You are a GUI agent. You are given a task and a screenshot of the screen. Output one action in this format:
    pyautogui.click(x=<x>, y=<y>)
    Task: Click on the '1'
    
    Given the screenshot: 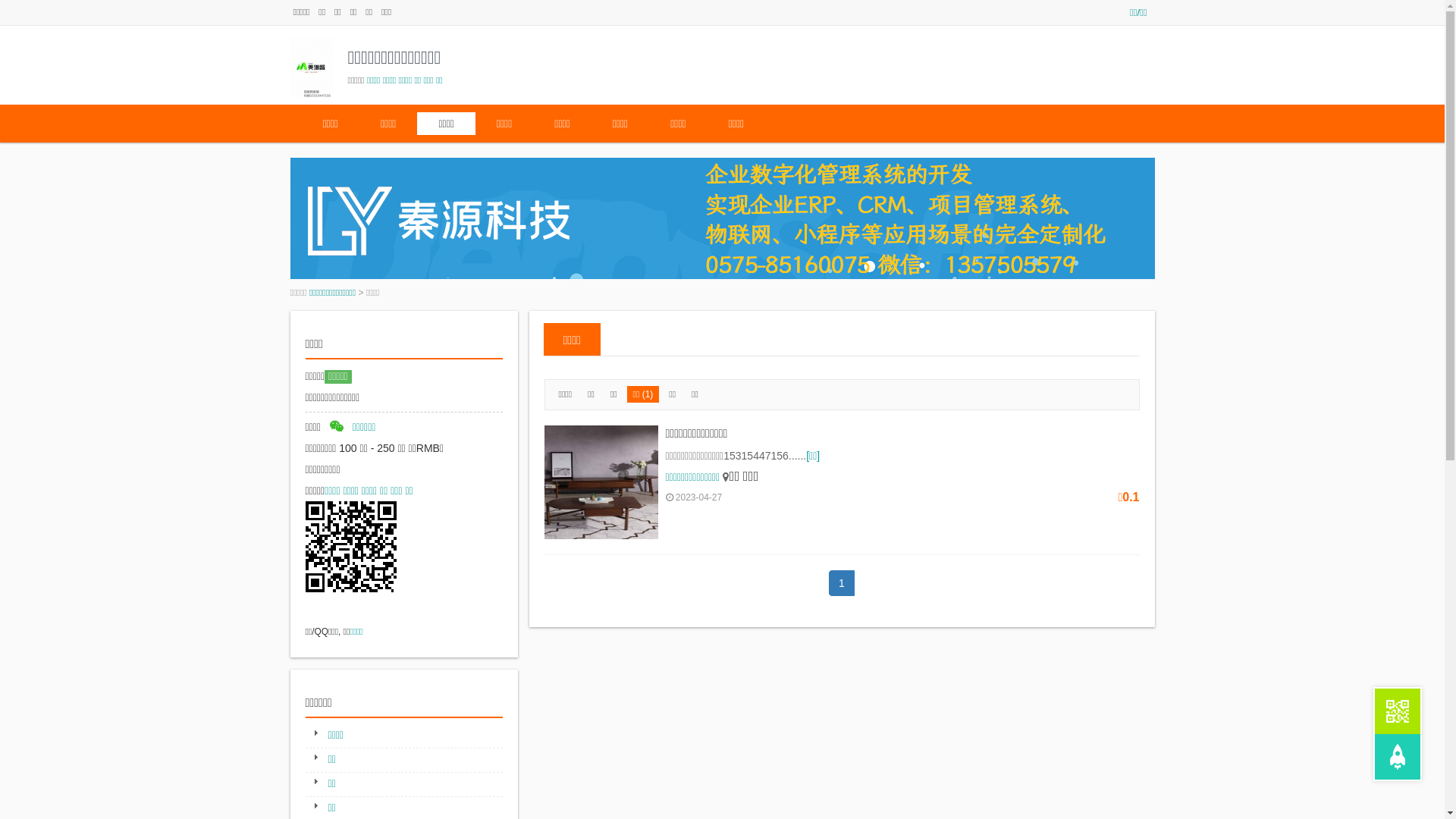 What is the action you would take?
    pyautogui.click(x=840, y=582)
    